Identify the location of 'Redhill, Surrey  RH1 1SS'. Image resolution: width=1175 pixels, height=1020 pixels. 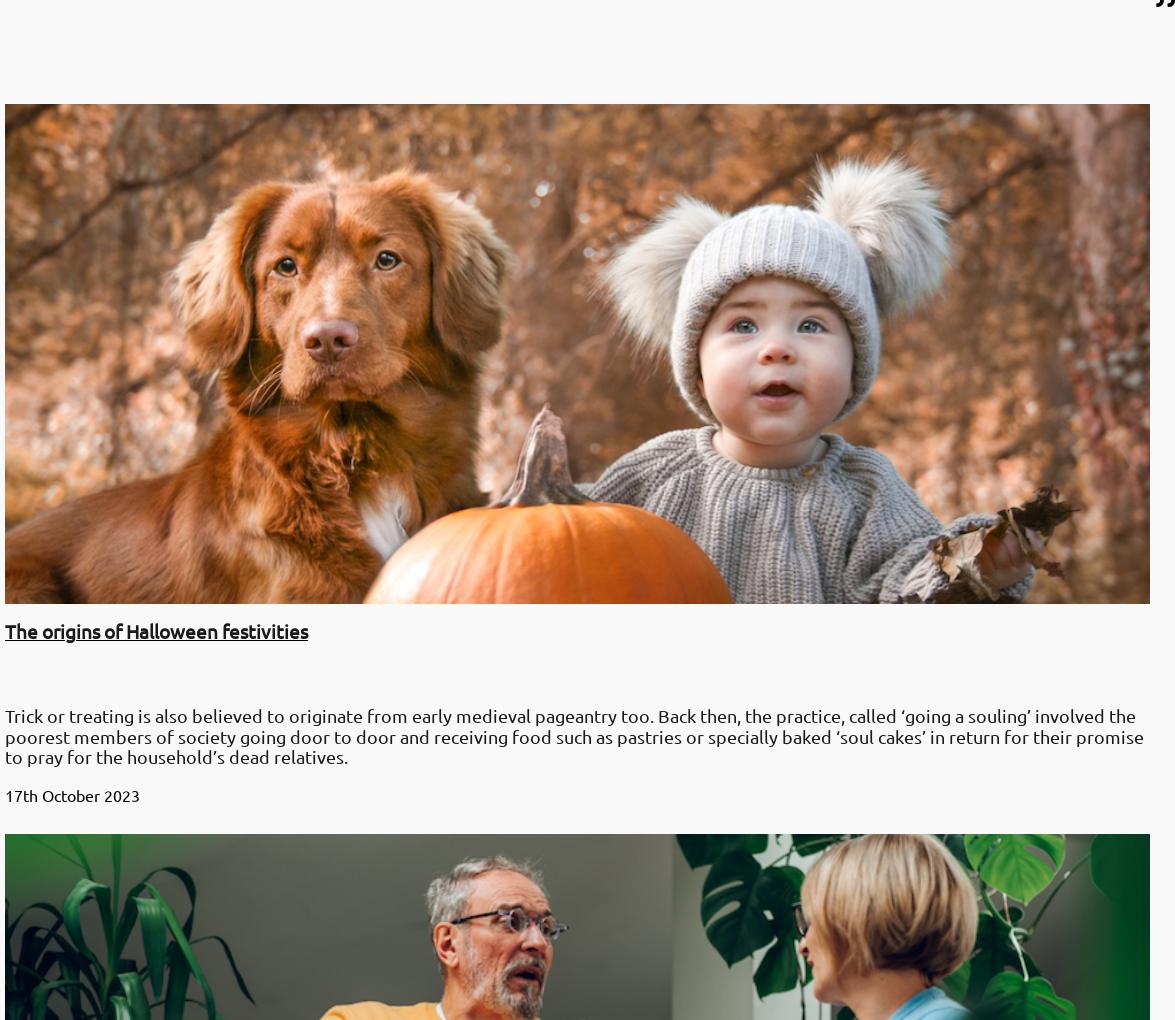
(15, 841).